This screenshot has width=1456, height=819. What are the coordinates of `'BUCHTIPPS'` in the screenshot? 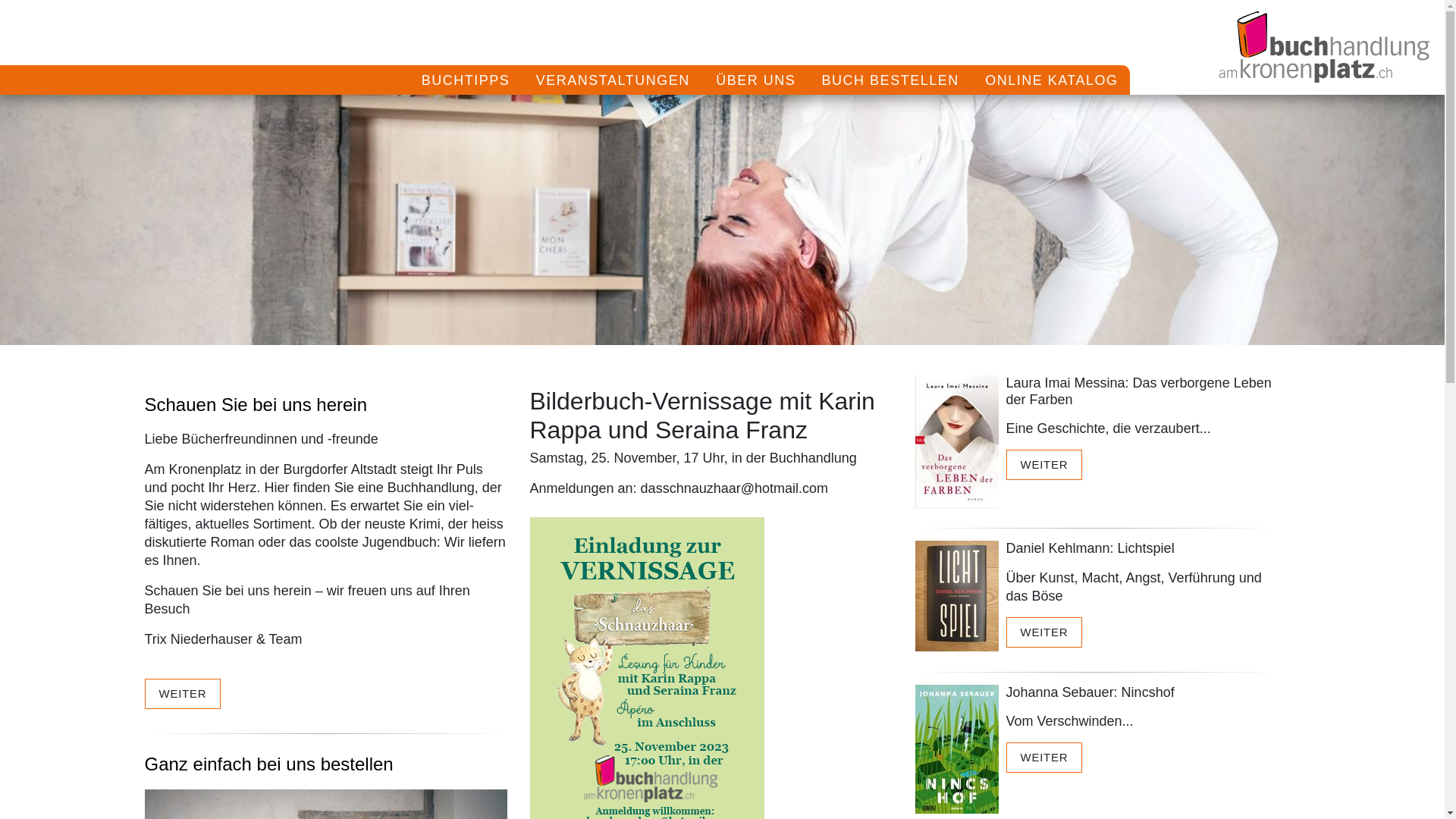 It's located at (465, 80).